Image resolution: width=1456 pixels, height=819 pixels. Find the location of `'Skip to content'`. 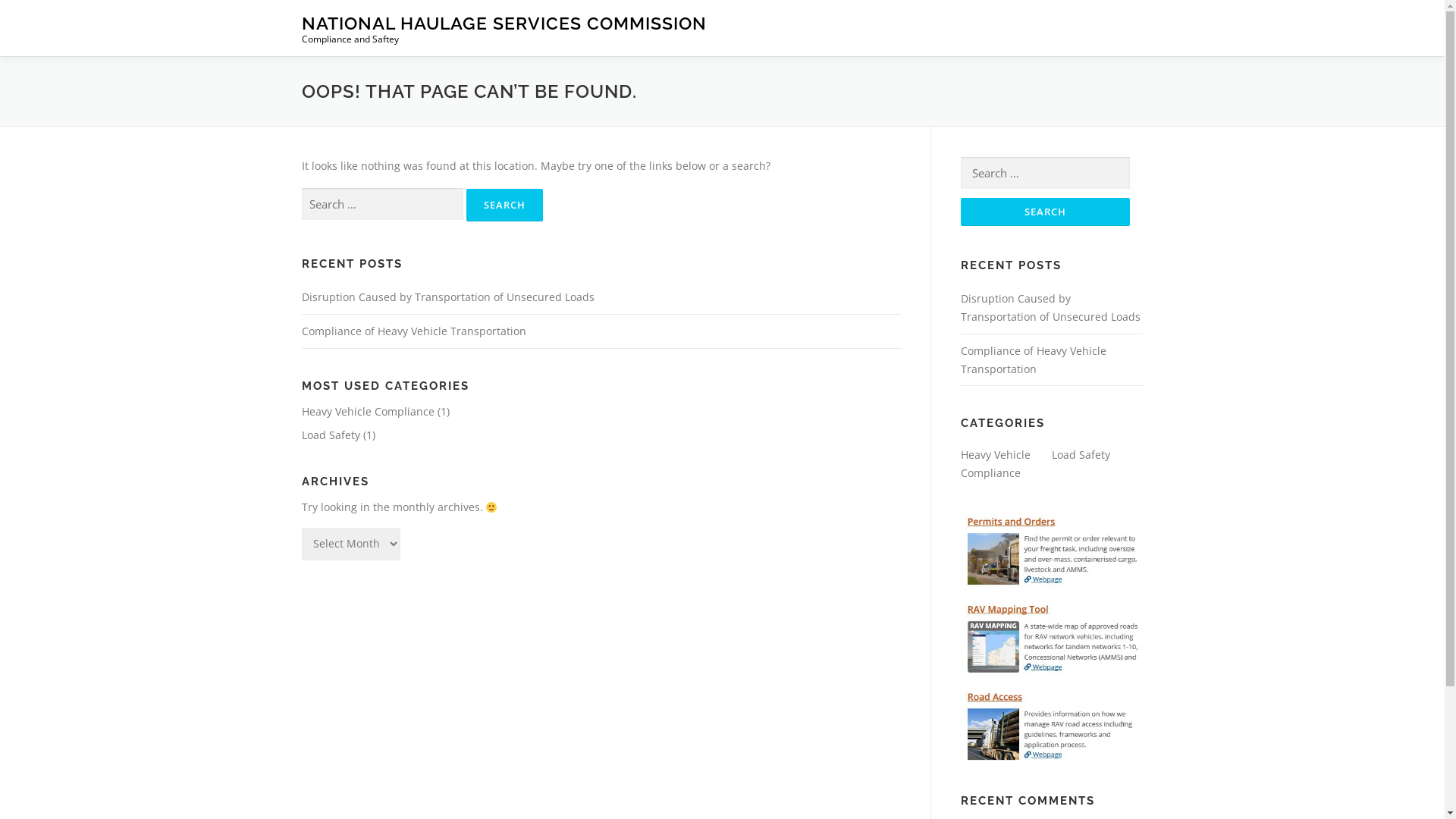

'Skip to content' is located at coordinates (37, 8).